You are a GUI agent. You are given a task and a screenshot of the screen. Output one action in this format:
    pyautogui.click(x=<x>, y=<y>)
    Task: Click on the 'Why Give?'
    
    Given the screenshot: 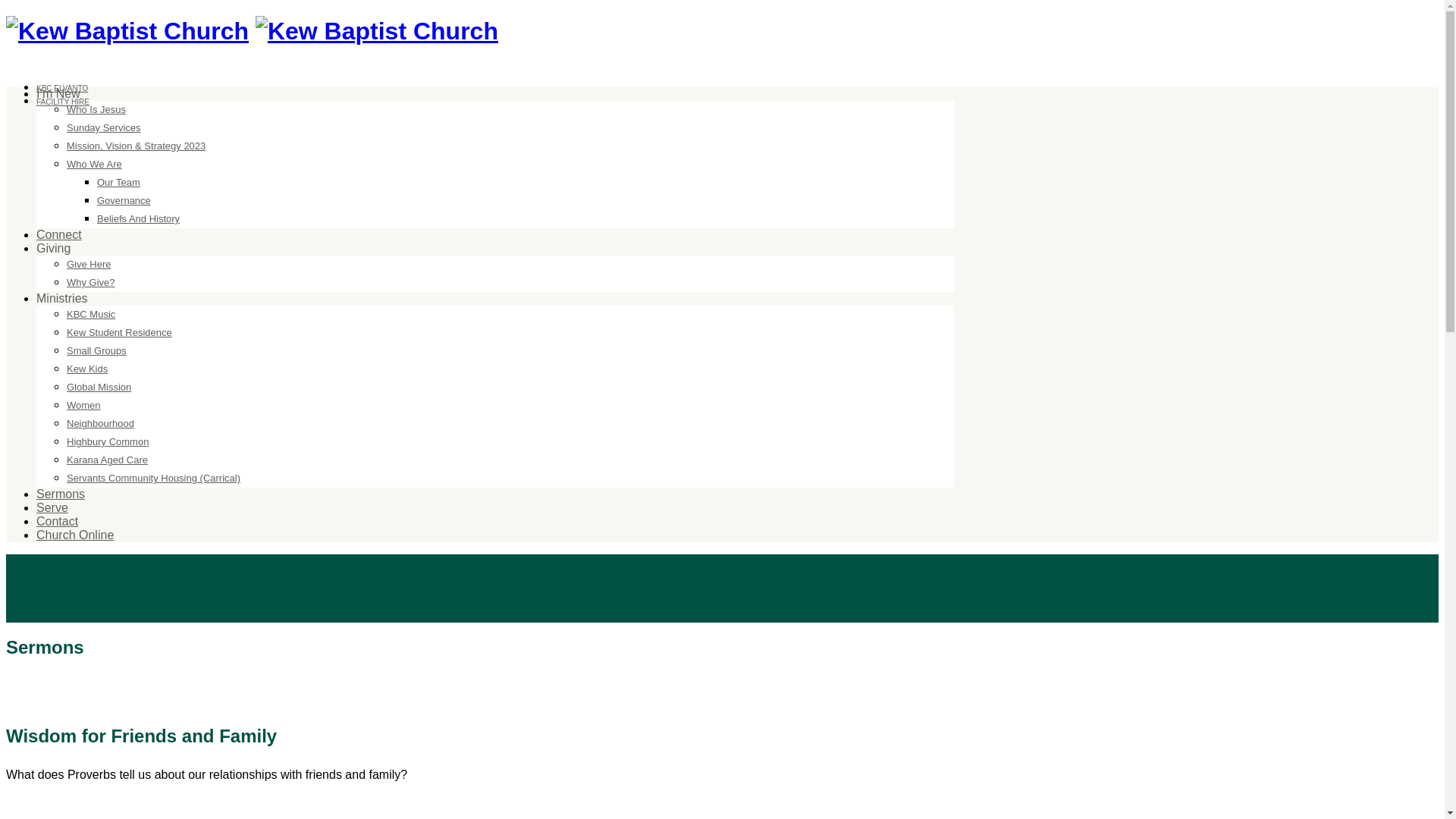 What is the action you would take?
    pyautogui.click(x=65, y=283)
    